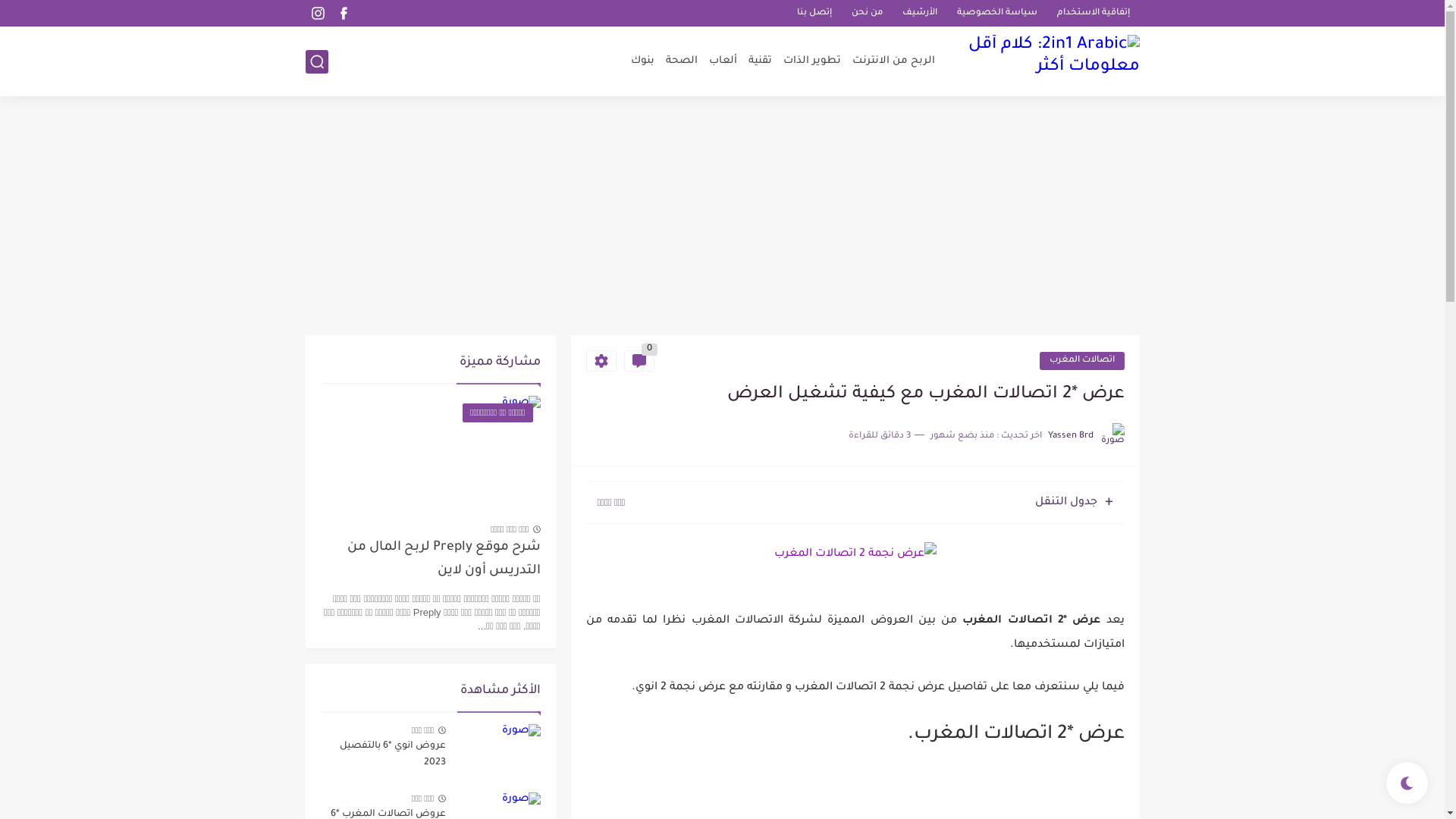 The height and width of the screenshot is (819, 1456). What do you see at coordinates (304, 217) in the screenshot?
I see `'Advertisement'` at bounding box center [304, 217].